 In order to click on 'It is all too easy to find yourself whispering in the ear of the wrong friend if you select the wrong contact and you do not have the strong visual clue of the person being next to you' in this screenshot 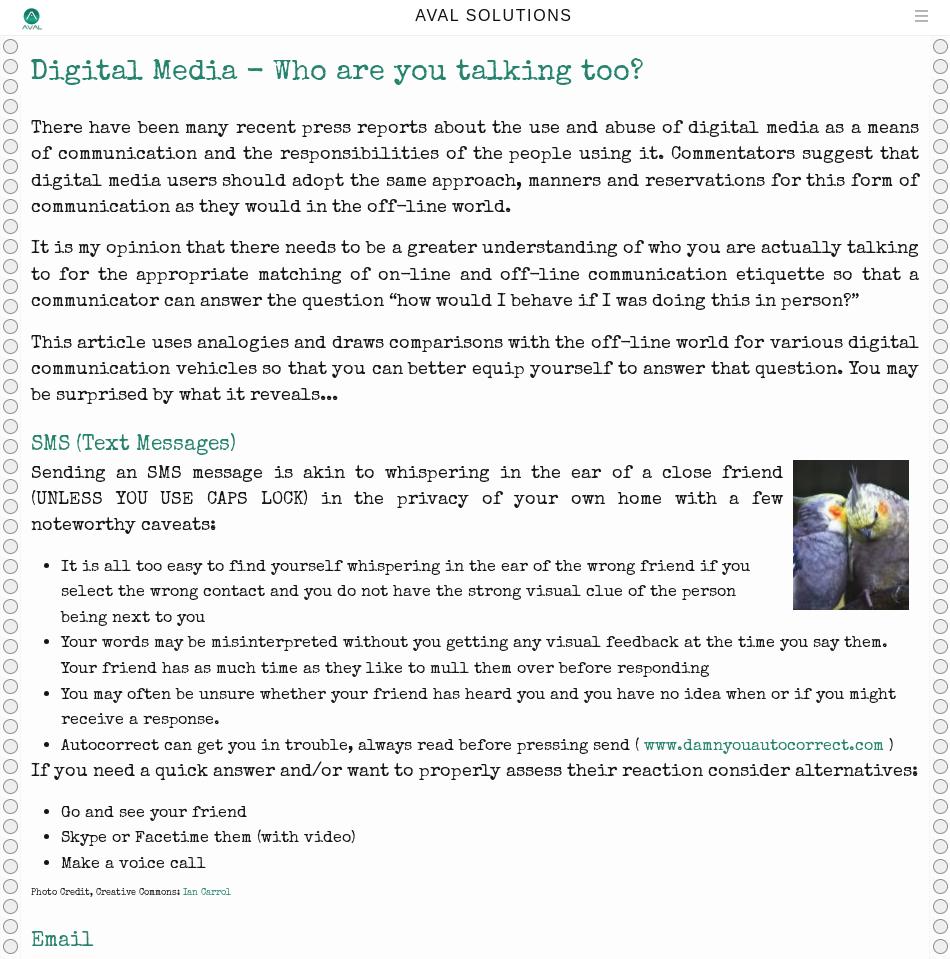, I will do `click(404, 589)`.